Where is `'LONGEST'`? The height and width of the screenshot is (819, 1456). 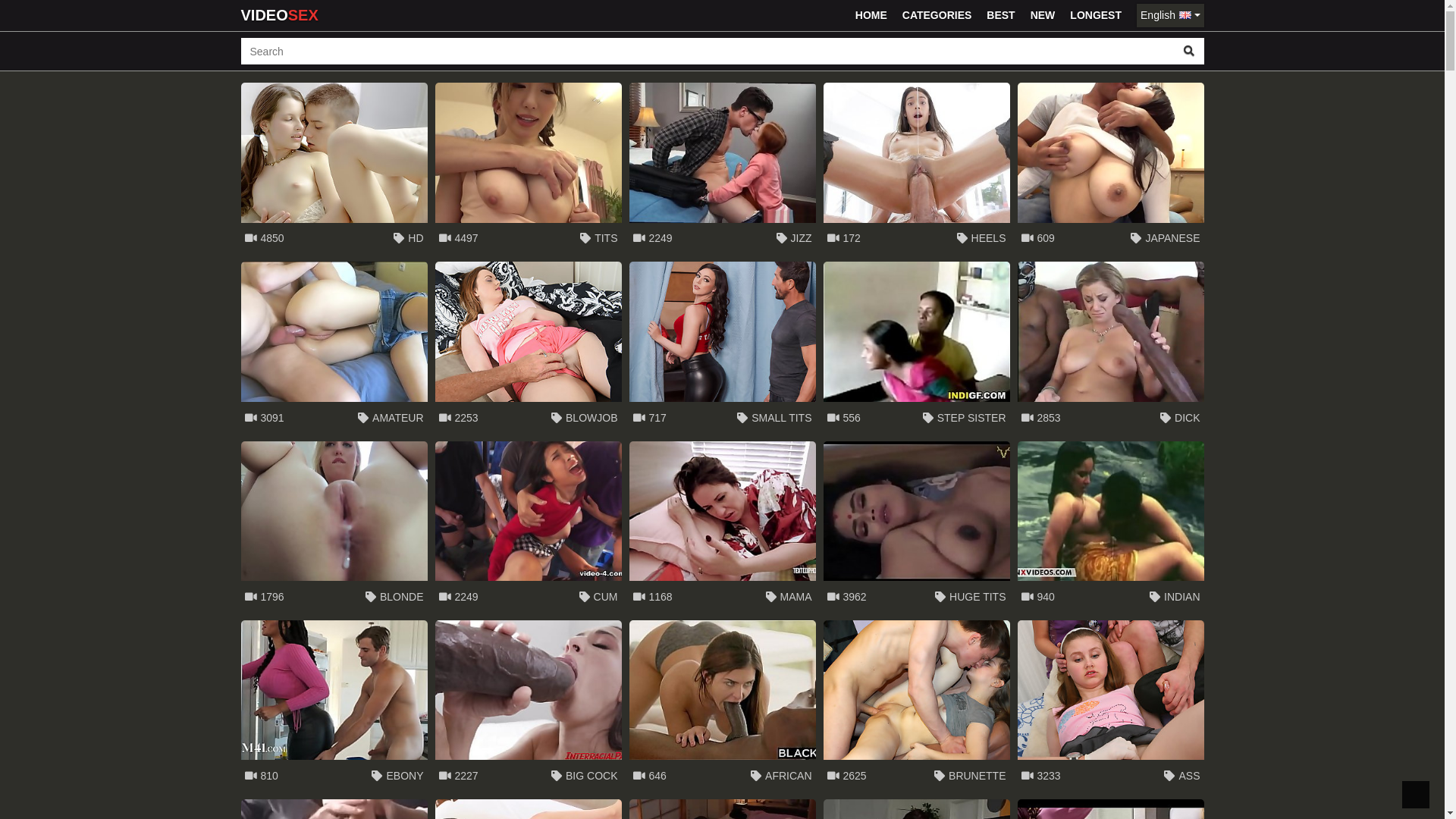 'LONGEST' is located at coordinates (1095, 15).